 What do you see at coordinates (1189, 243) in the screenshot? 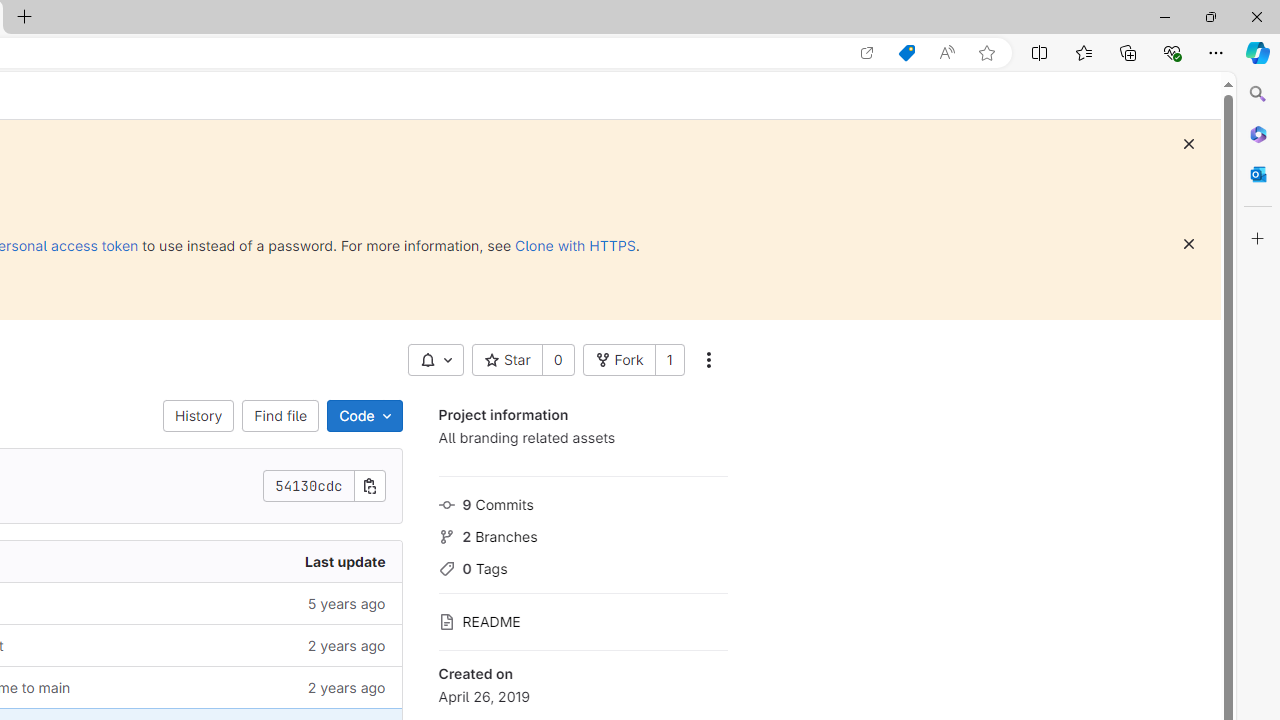
I see `'Dismiss'` at bounding box center [1189, 243].